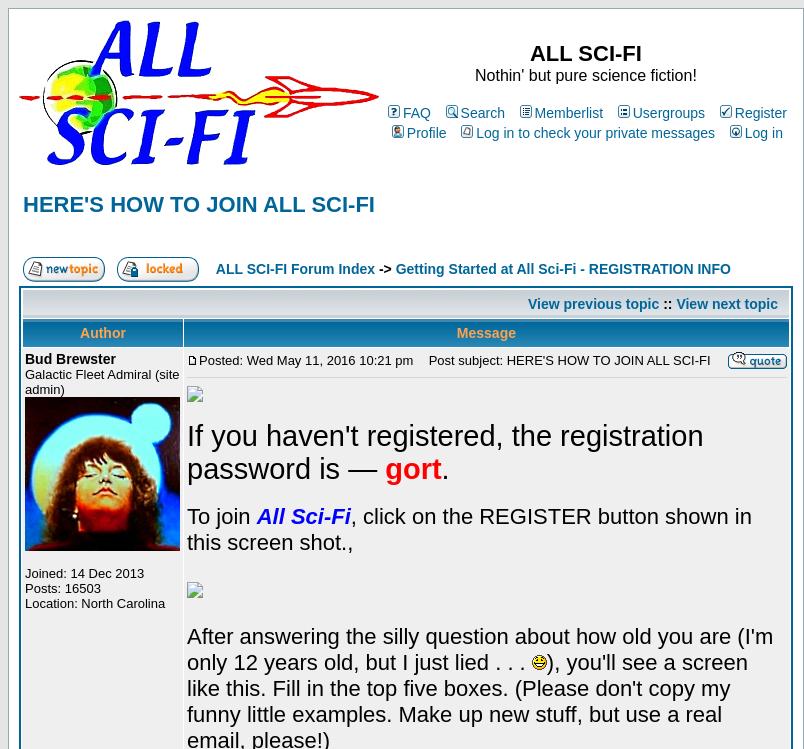 The image size is (804, 749). What do you see at coordinates (417, 359) in the screenshot?
I see `'Post subject: HERE'S HOW TO JOIN ALL SCI-FI'` at bounding box center [417, 359].